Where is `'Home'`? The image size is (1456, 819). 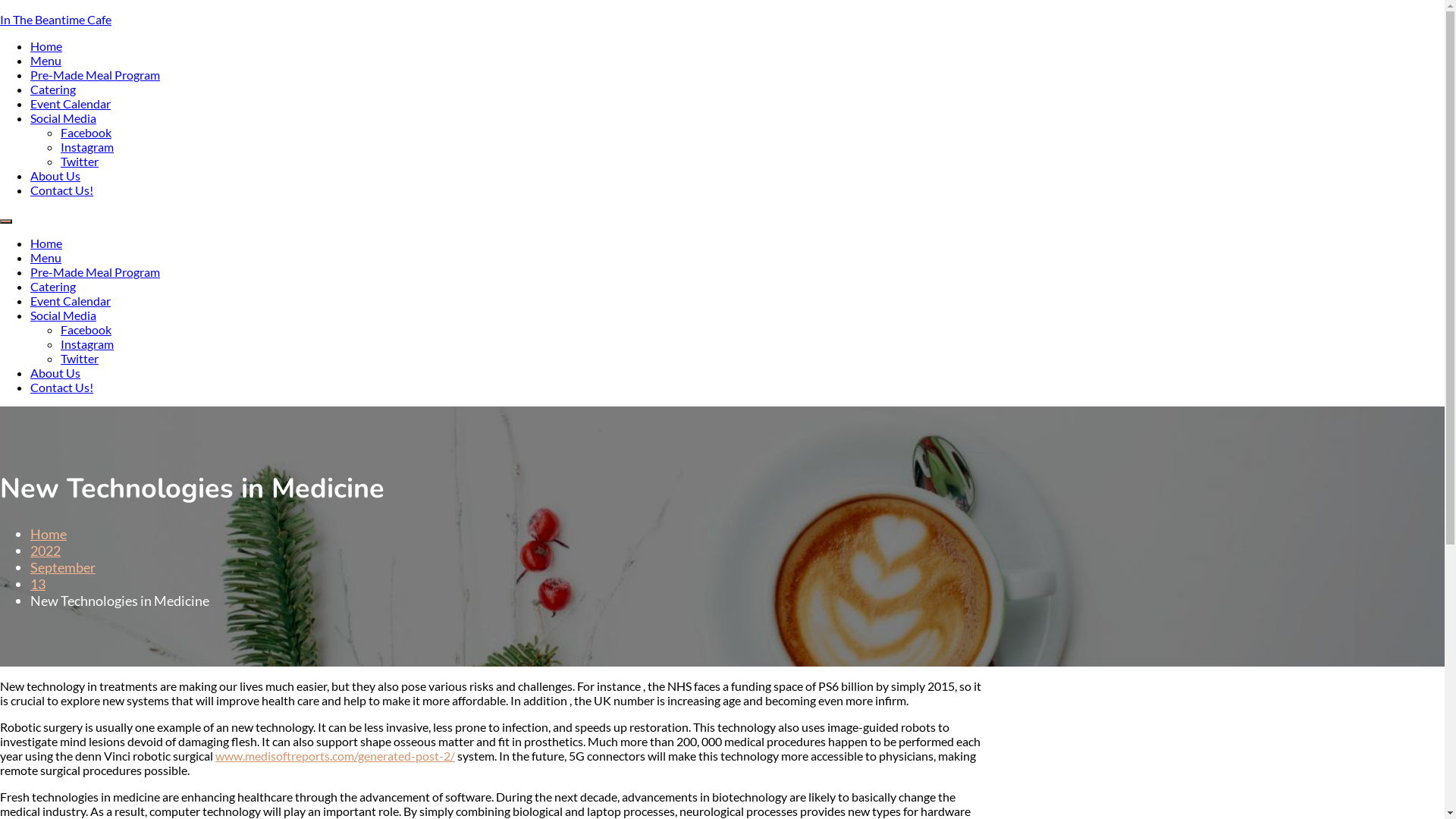
'Home' is located at coordinates (30, 242).